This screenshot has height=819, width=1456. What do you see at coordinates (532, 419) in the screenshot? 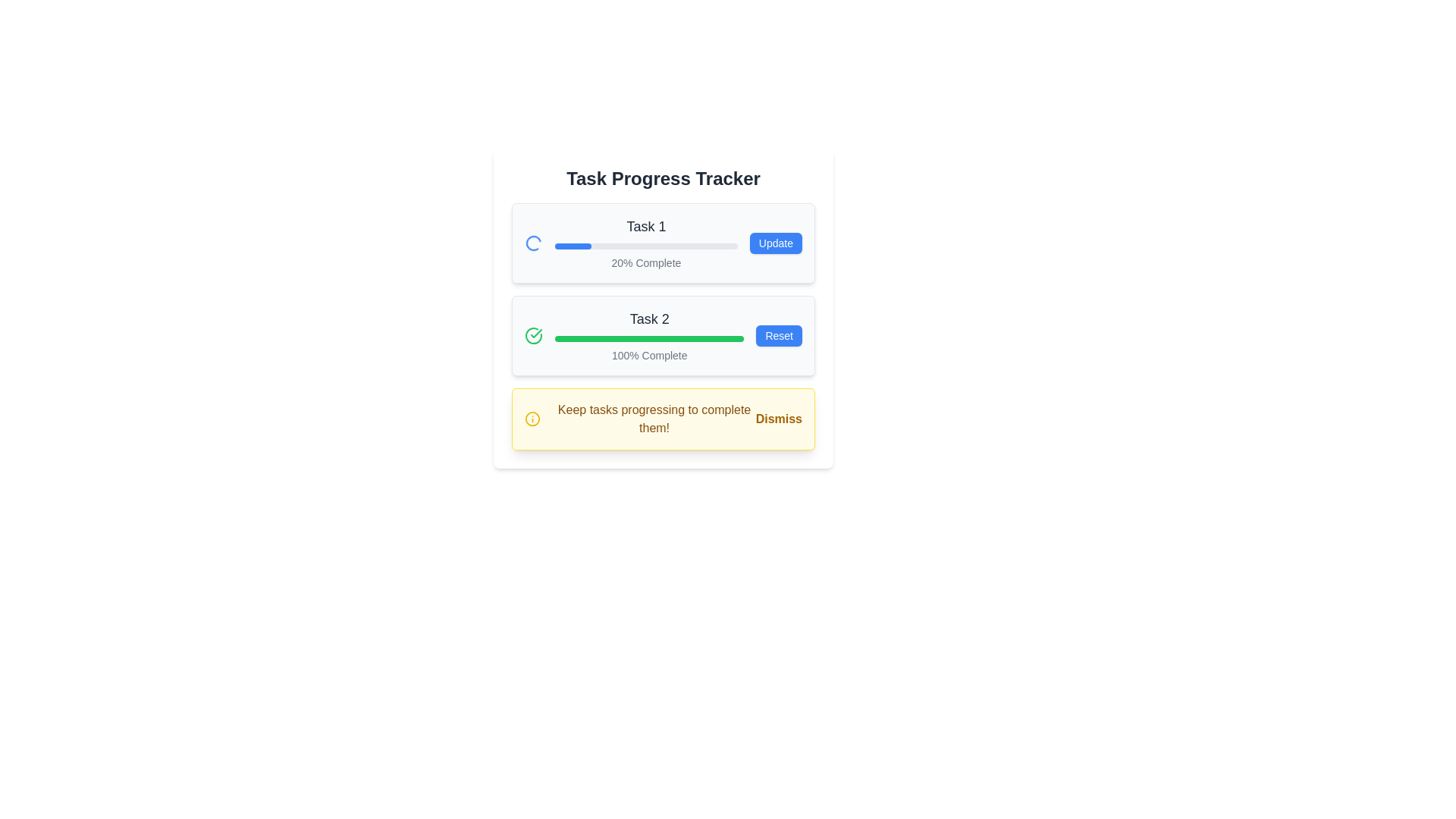
I see `the circular icon with a yellow outline located at the leftmost part of the notification bar, which is part of a yellow-highlighted notification box` at bounding box center [532, 419].